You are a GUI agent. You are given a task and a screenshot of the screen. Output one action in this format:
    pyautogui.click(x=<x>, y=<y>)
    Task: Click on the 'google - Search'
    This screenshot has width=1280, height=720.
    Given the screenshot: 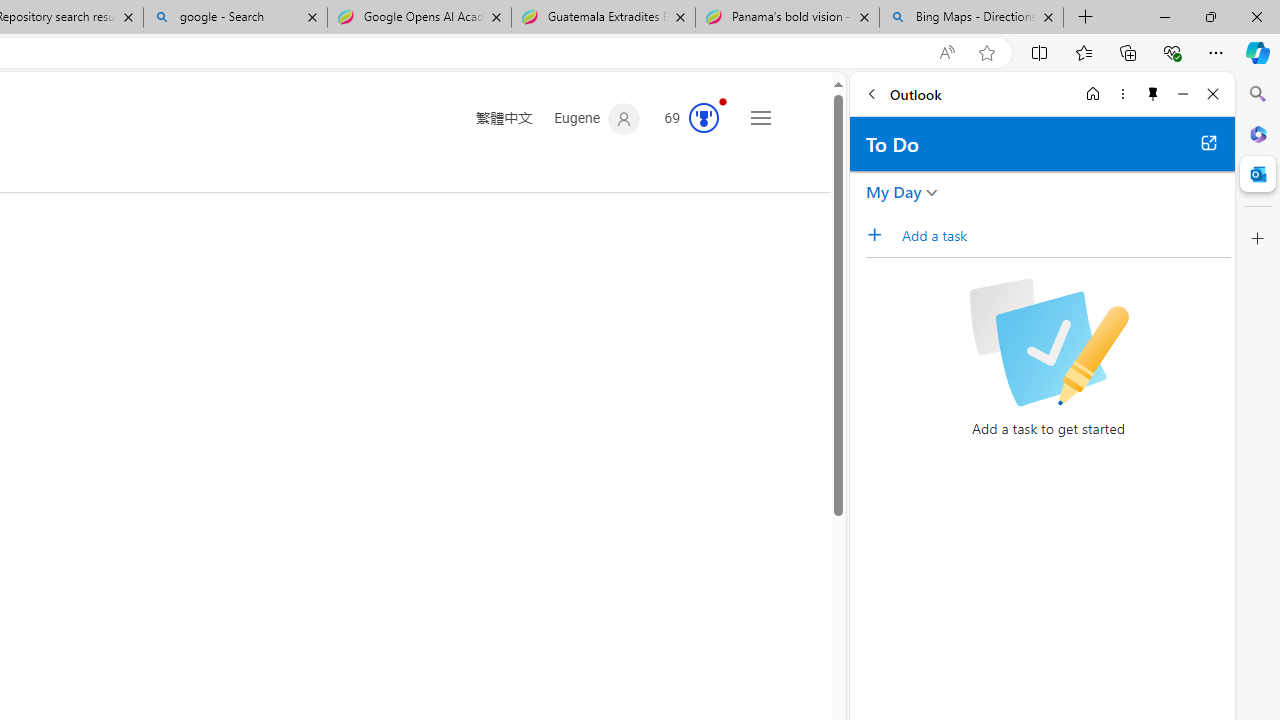 What is the action you would take?
    pyautogui.click(x=234, y=17)
    